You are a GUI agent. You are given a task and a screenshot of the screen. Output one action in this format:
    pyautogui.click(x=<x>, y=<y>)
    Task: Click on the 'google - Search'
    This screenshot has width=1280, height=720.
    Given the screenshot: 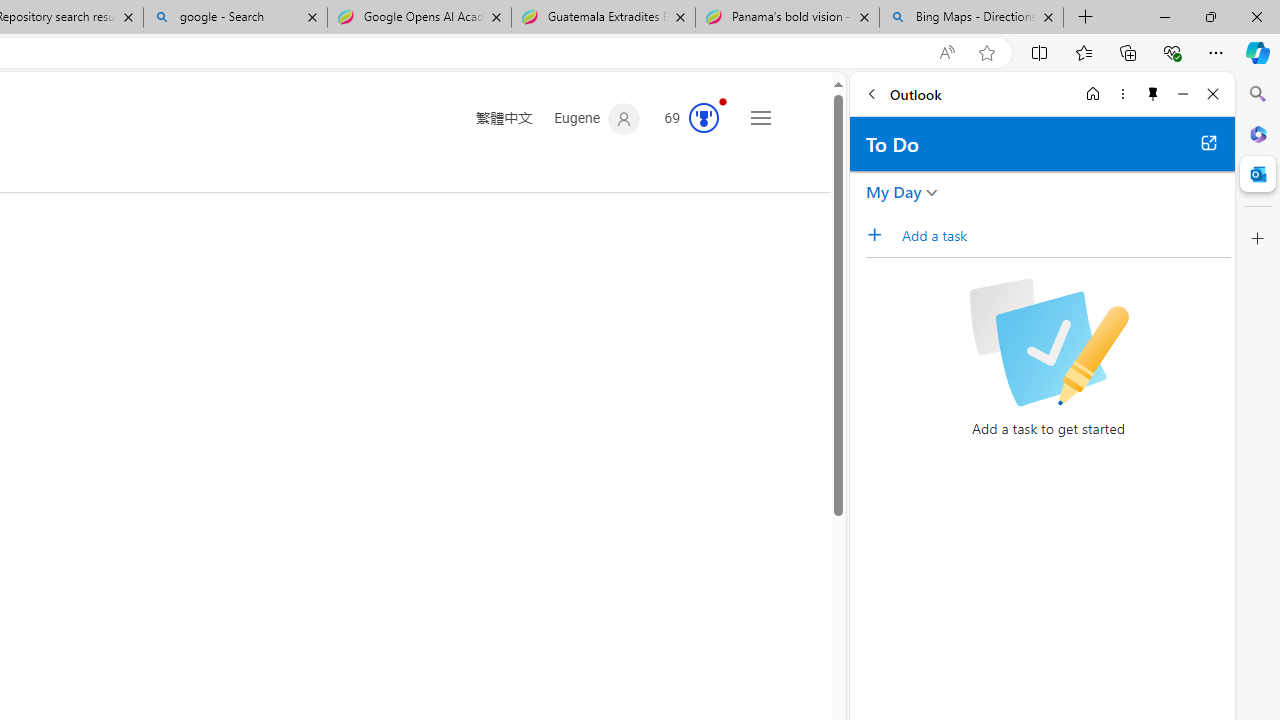 What is the action you would take?
    pyautogui.click(x=234, y=17)
    